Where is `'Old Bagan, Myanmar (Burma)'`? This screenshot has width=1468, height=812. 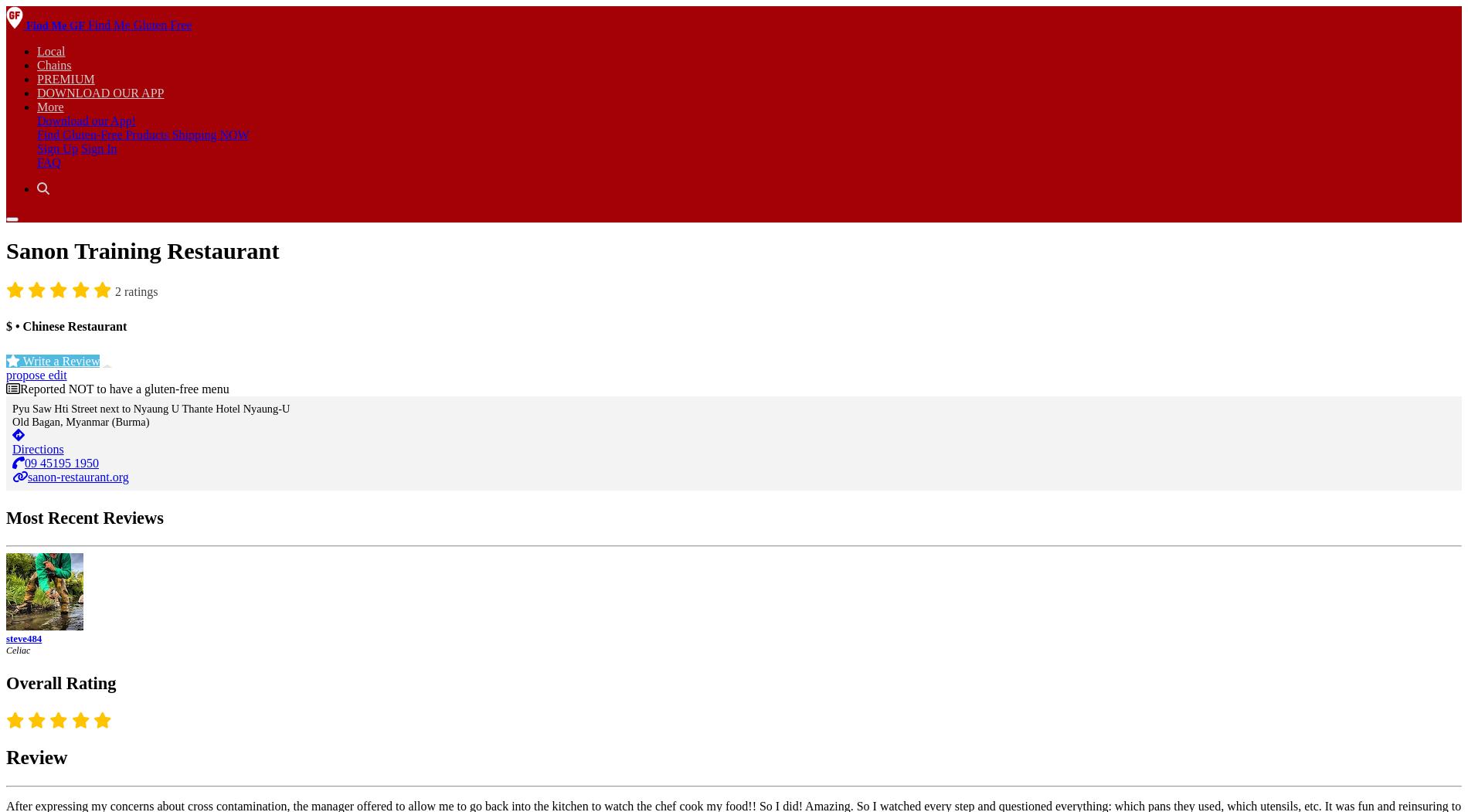
'Old Bagan, Myanmar (Burma)' is located at coordinates (80, 420).